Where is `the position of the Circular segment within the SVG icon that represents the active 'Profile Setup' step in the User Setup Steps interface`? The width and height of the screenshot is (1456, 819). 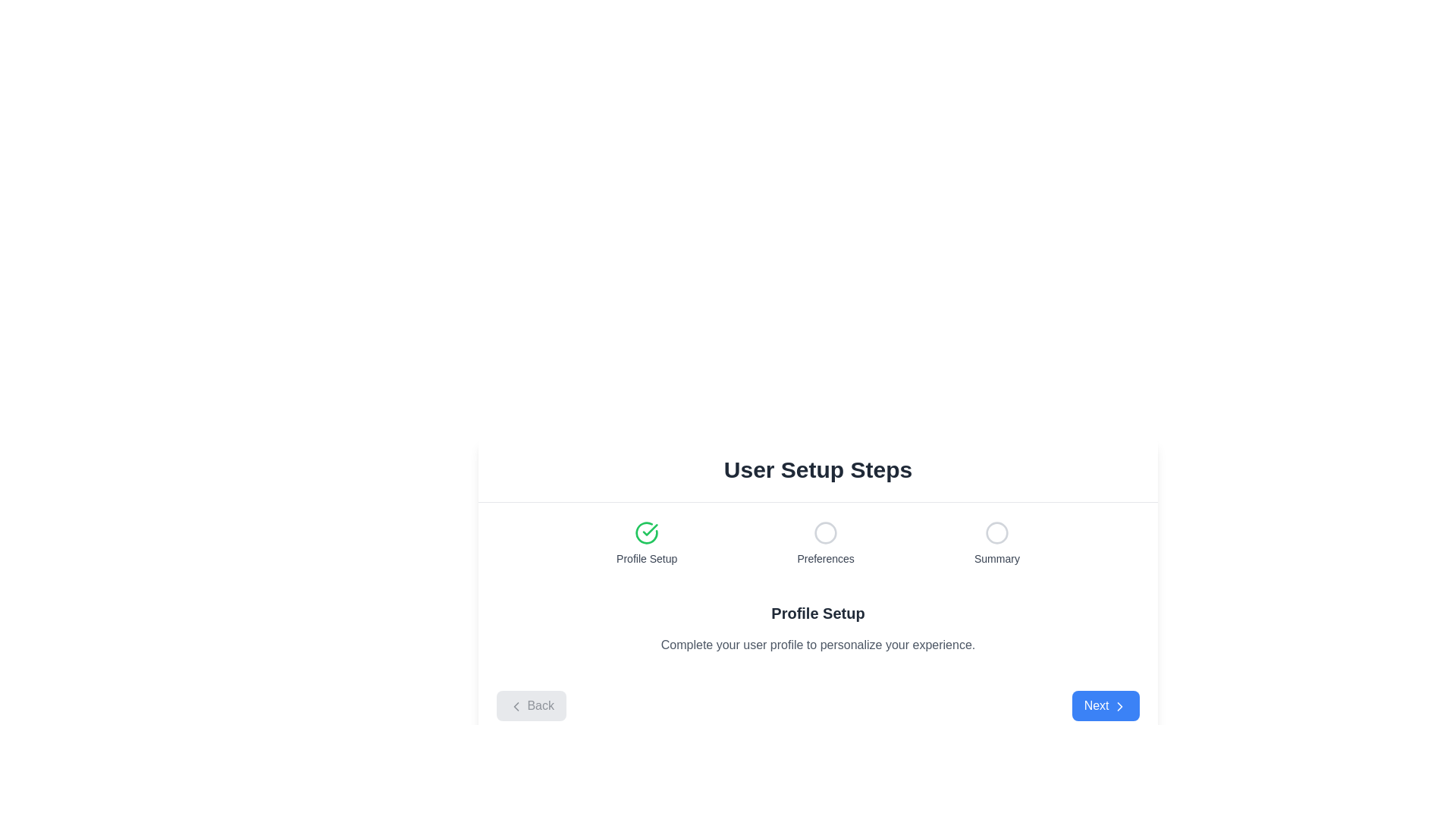
the position of the Circular segment within the SVG icon that represents the active 'Profile Setup' step in the User Setup Steps interface is located at coordinates (647, 532).